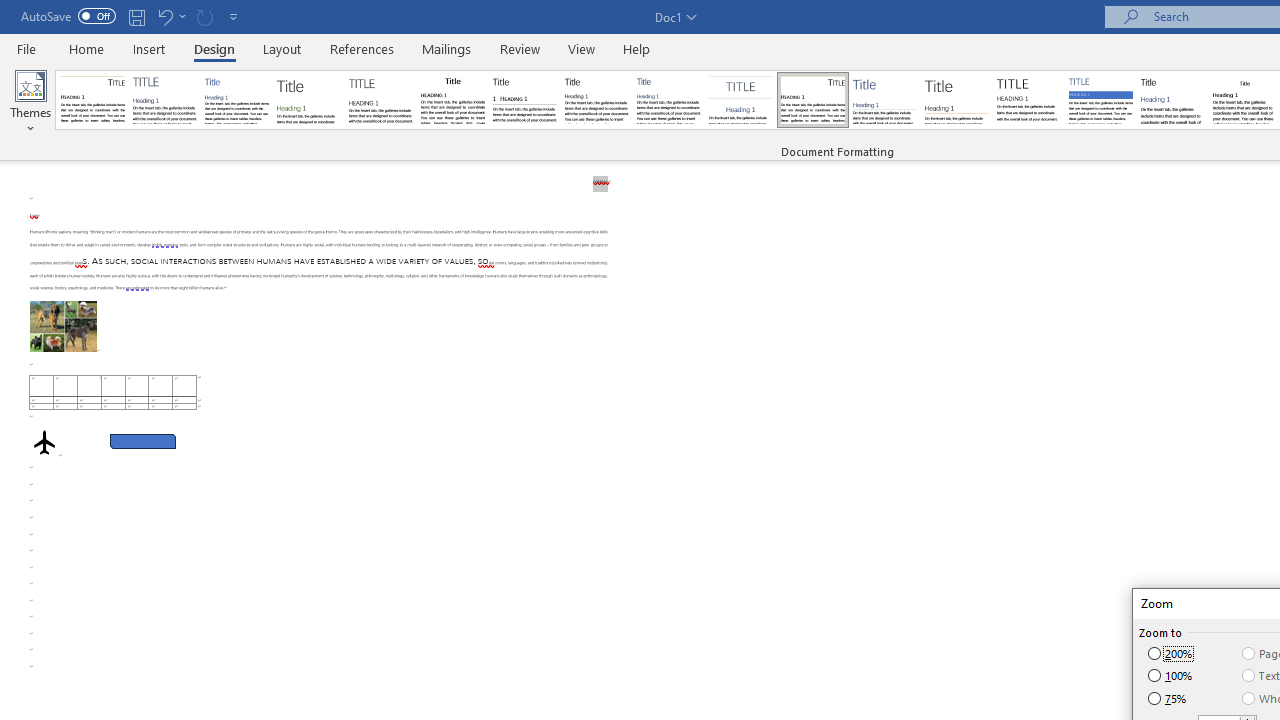 The height and width of the screenshot is (720, 1280). What do you see at coordinates (308, 100) in the screenshot?
I see `'Basic (Stylish)'` at bounding box center [308, 100].